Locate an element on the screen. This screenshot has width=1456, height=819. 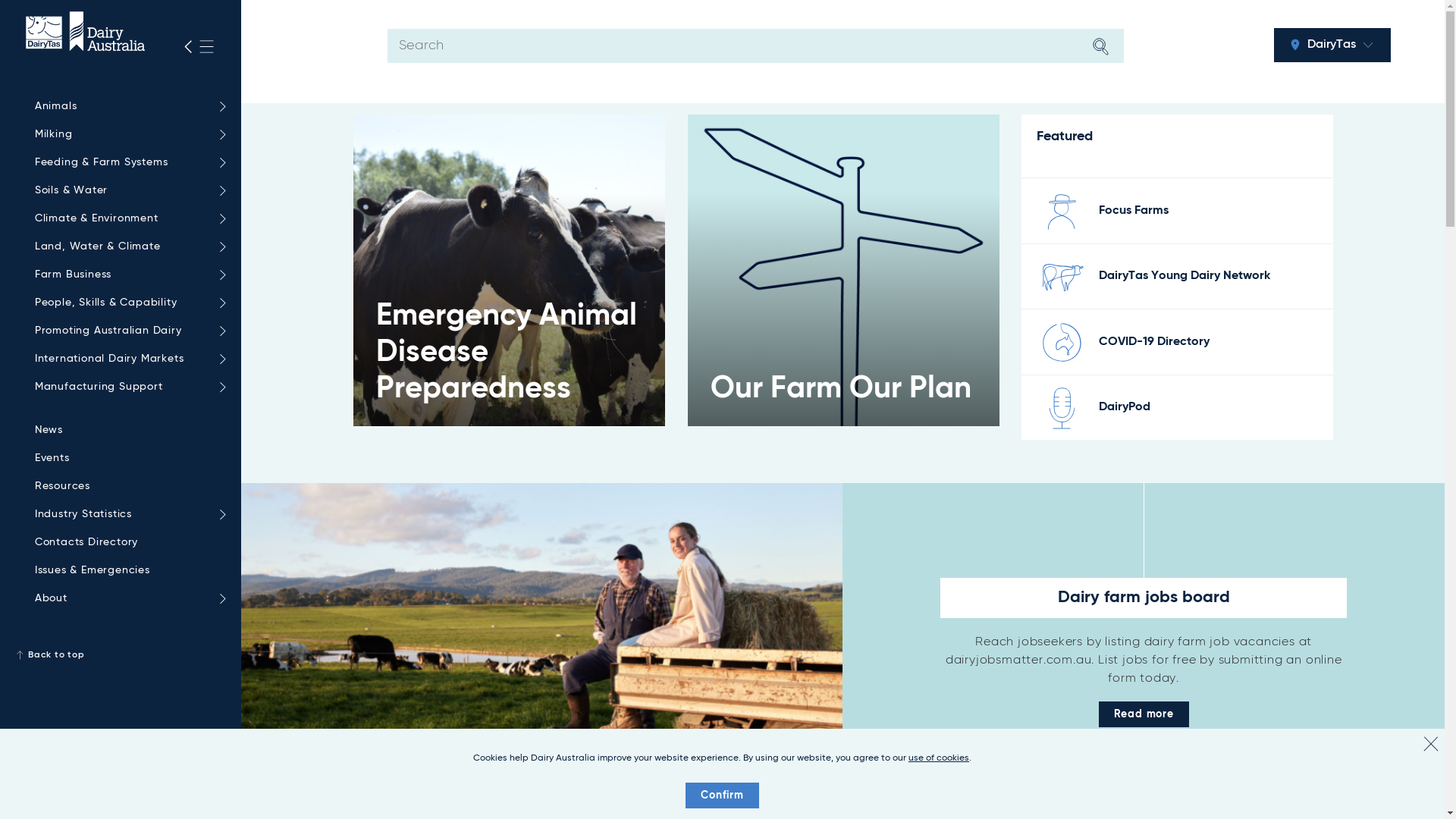
'Soils & Water' is located at coordinates (127, 190).